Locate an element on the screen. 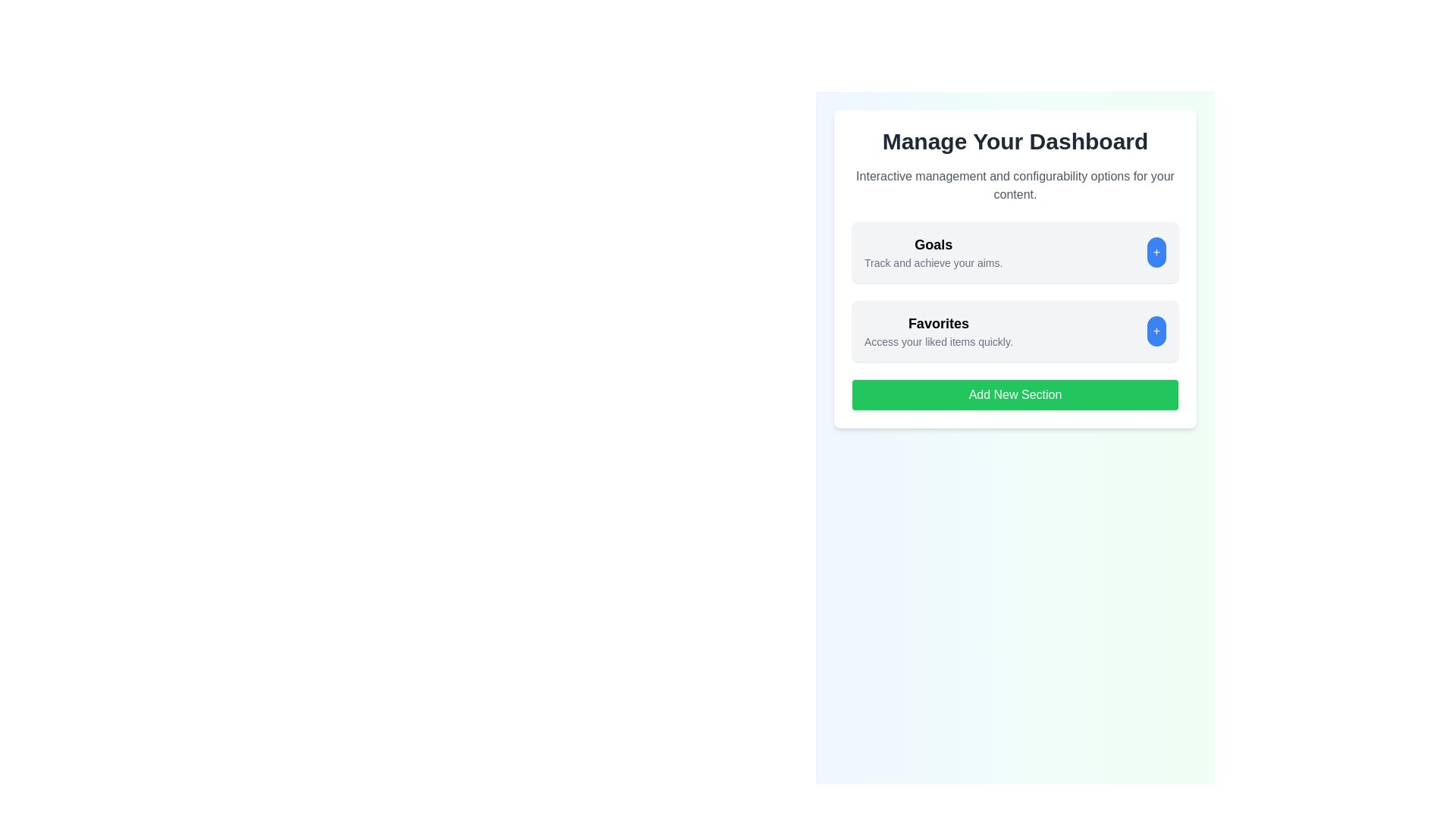 This screenshot has height=819, width=1456. the 'Favorites' text label with description, which includes a bold 'Favorites' title and a smaller description below it, located in the middle-right section of the interface is located at coordinates (937, 330).